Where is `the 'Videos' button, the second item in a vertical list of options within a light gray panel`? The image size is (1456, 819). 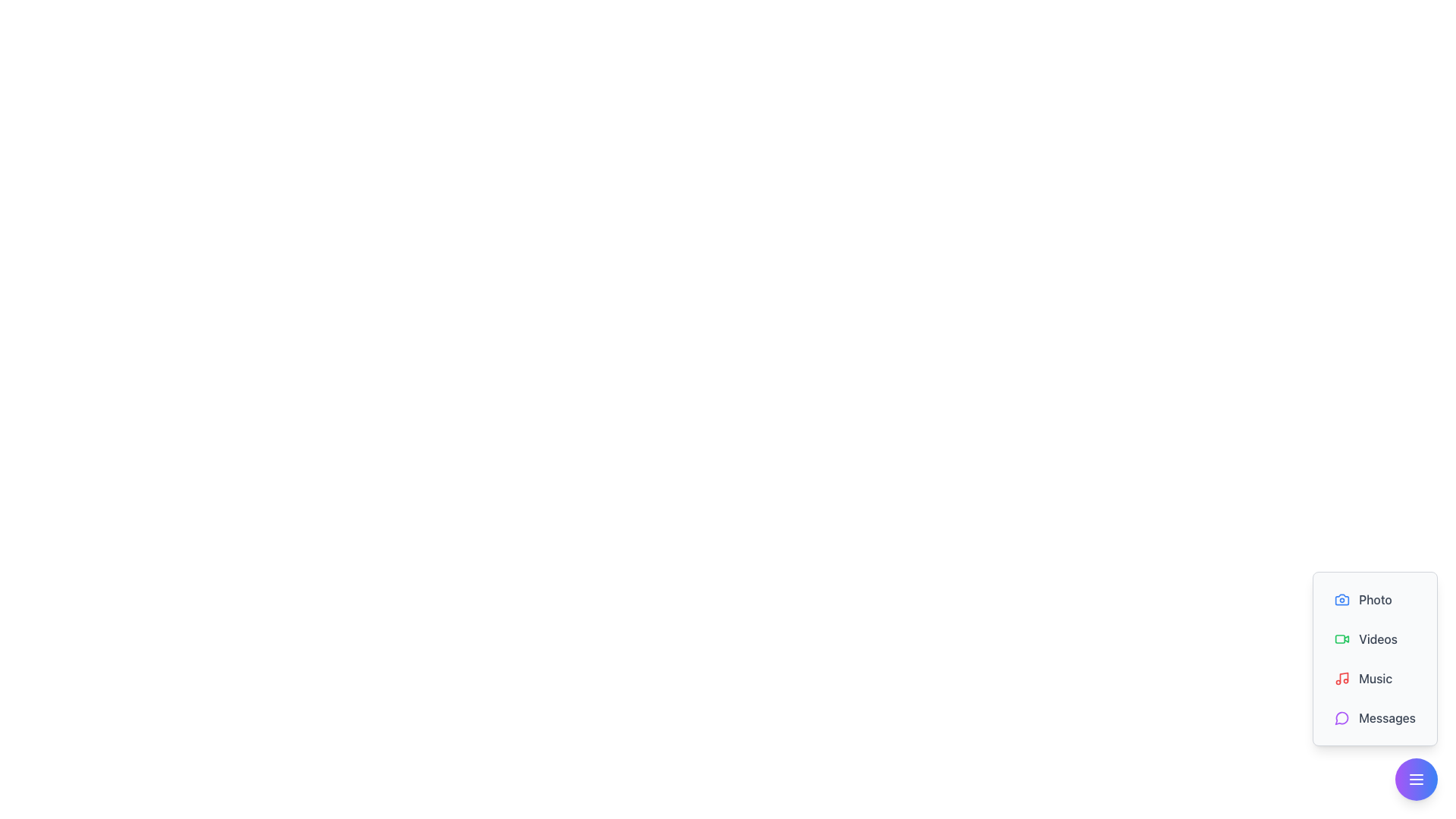 the 'Videos' button, the second item in a vertical list of options within a light gray panel is located at coordinates (1375, 639).